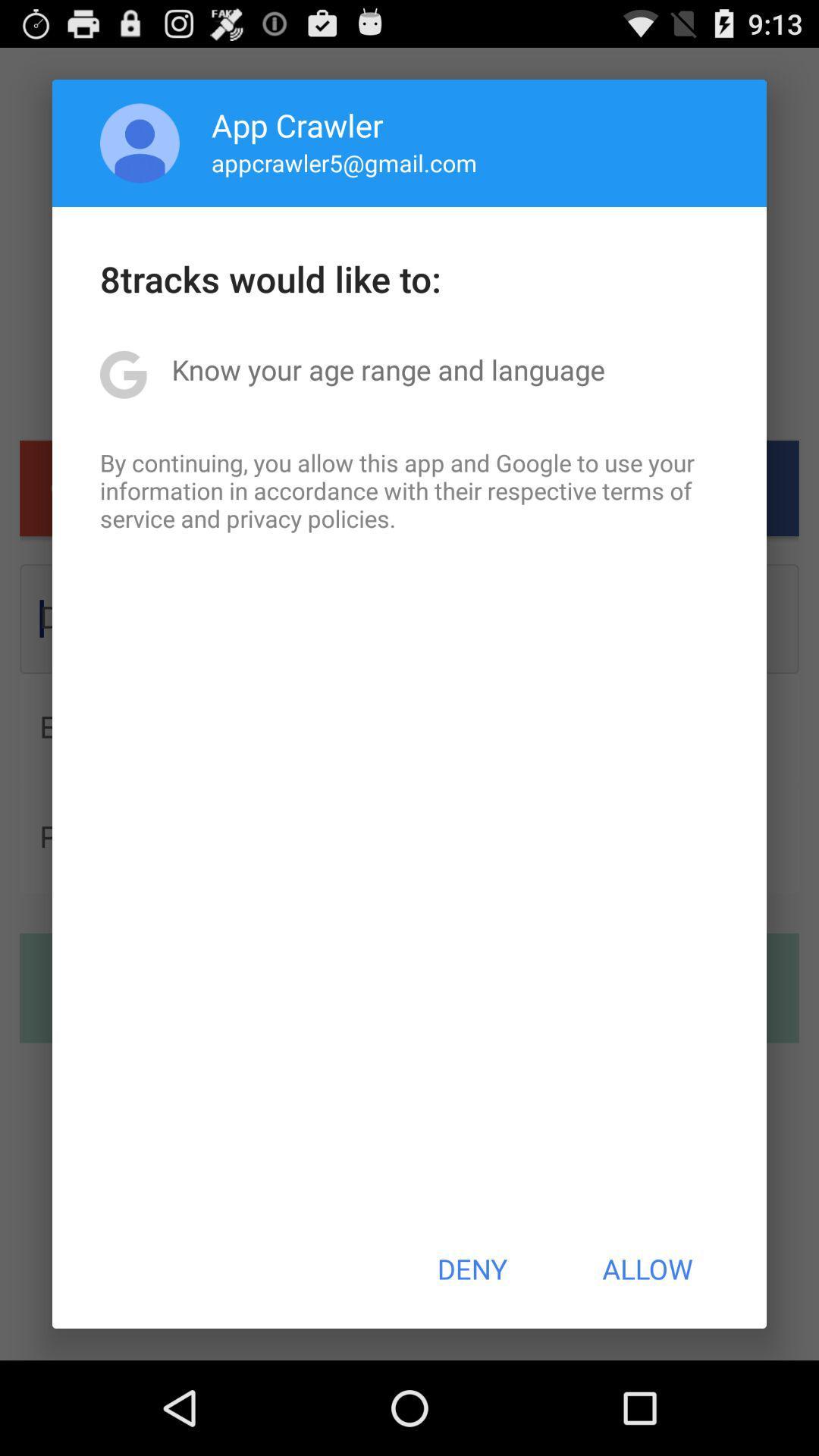 The height and width of the screenshot is (1456, 819). What do you see at coordinates (471, 1269) in the screenshot?
I see `item at the bottom` at bounding box center [471, 1269].